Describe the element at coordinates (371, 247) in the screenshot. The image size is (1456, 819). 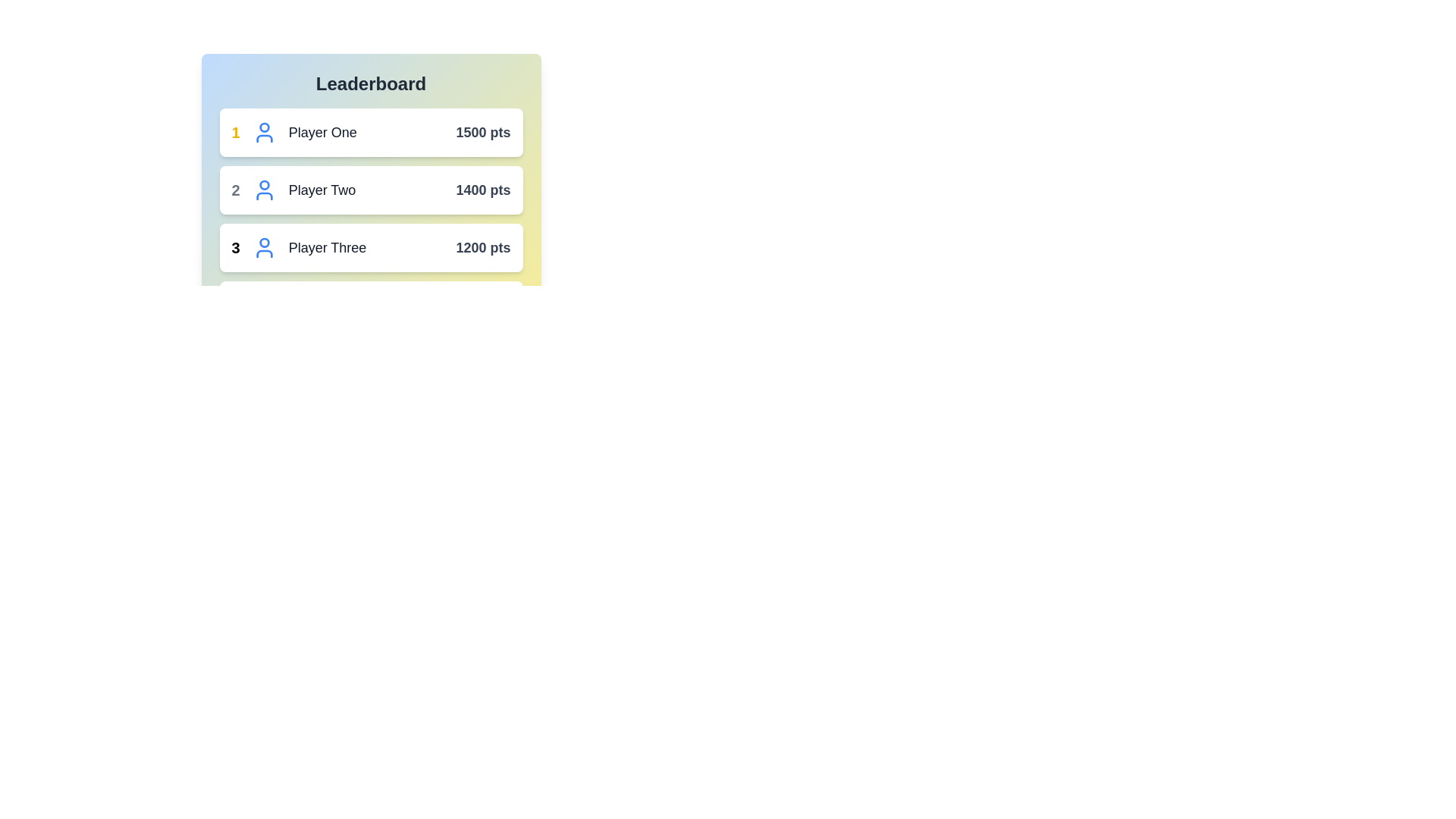
I see `the player entry for Player Three to view more details` at that location.